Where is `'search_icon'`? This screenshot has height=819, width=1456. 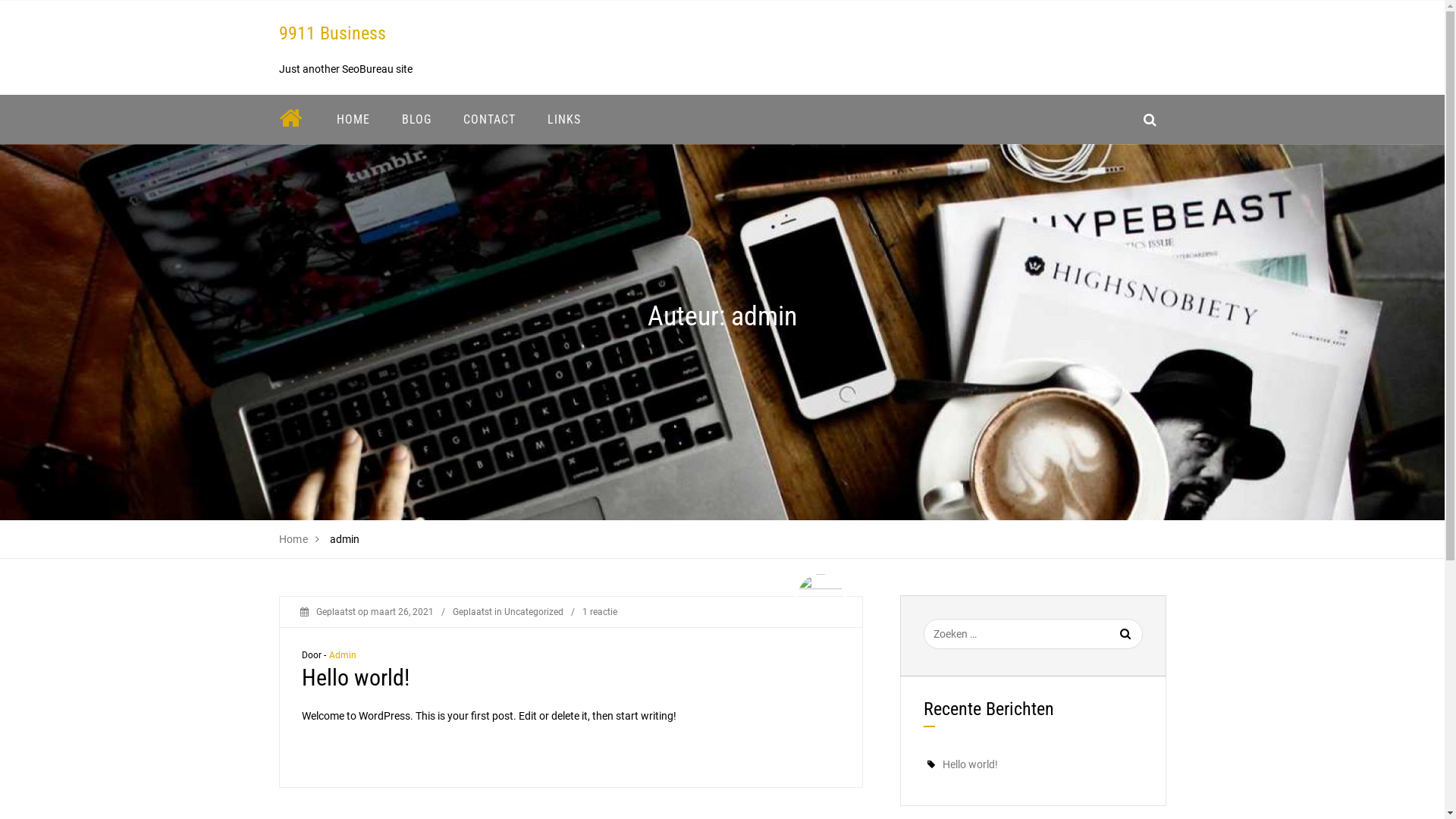 'search_icon' is located at coordinates (1149, 118).